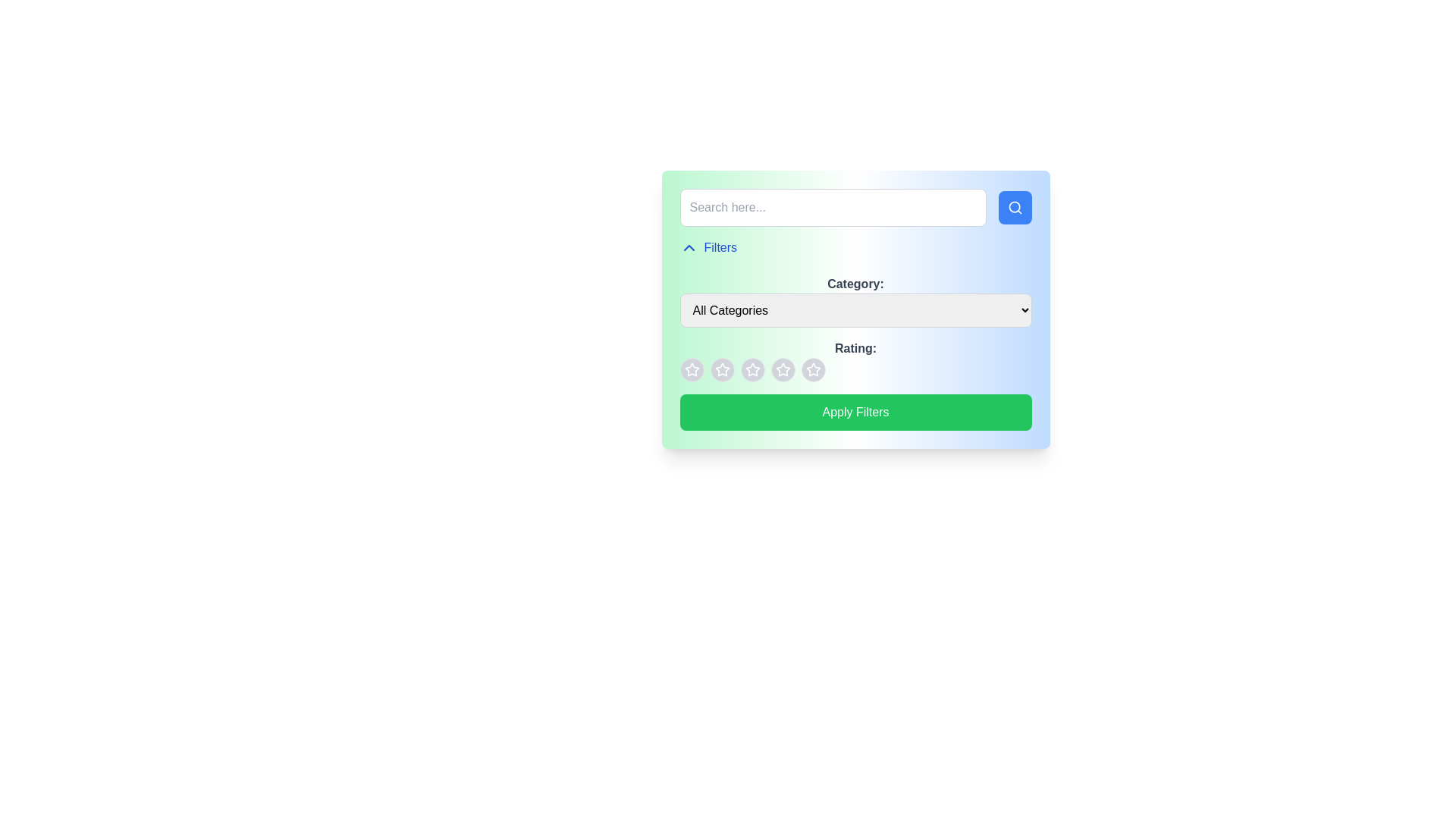 Image resolution: width=1456 pixels, height=819 pixels. What do you see at coordinates (720, 369) in the screenshot?
I see `the first star icon in the rating system` at bounding box center [720, 369].